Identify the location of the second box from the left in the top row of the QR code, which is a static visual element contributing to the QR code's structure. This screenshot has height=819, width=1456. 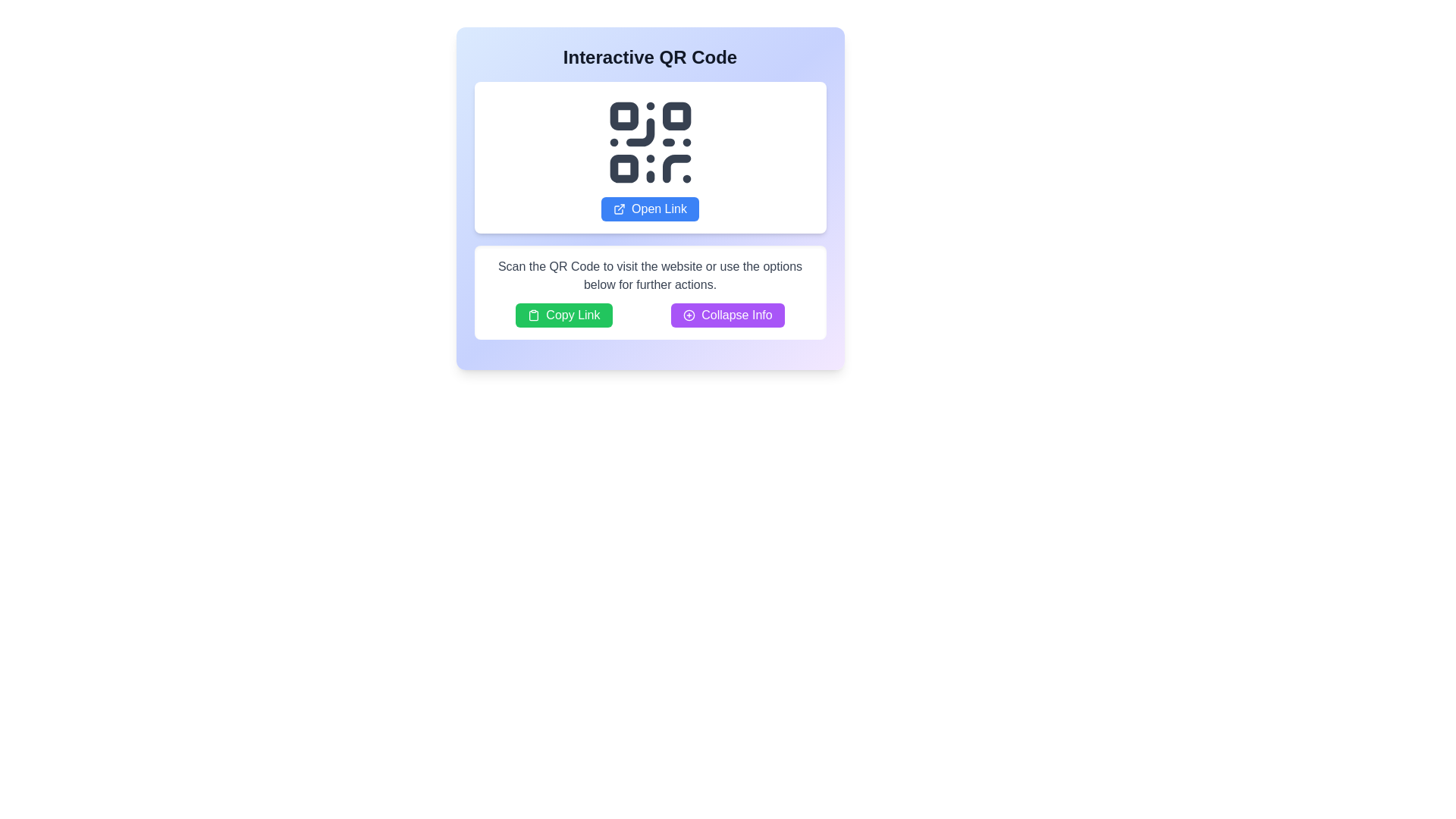
(676, 115).